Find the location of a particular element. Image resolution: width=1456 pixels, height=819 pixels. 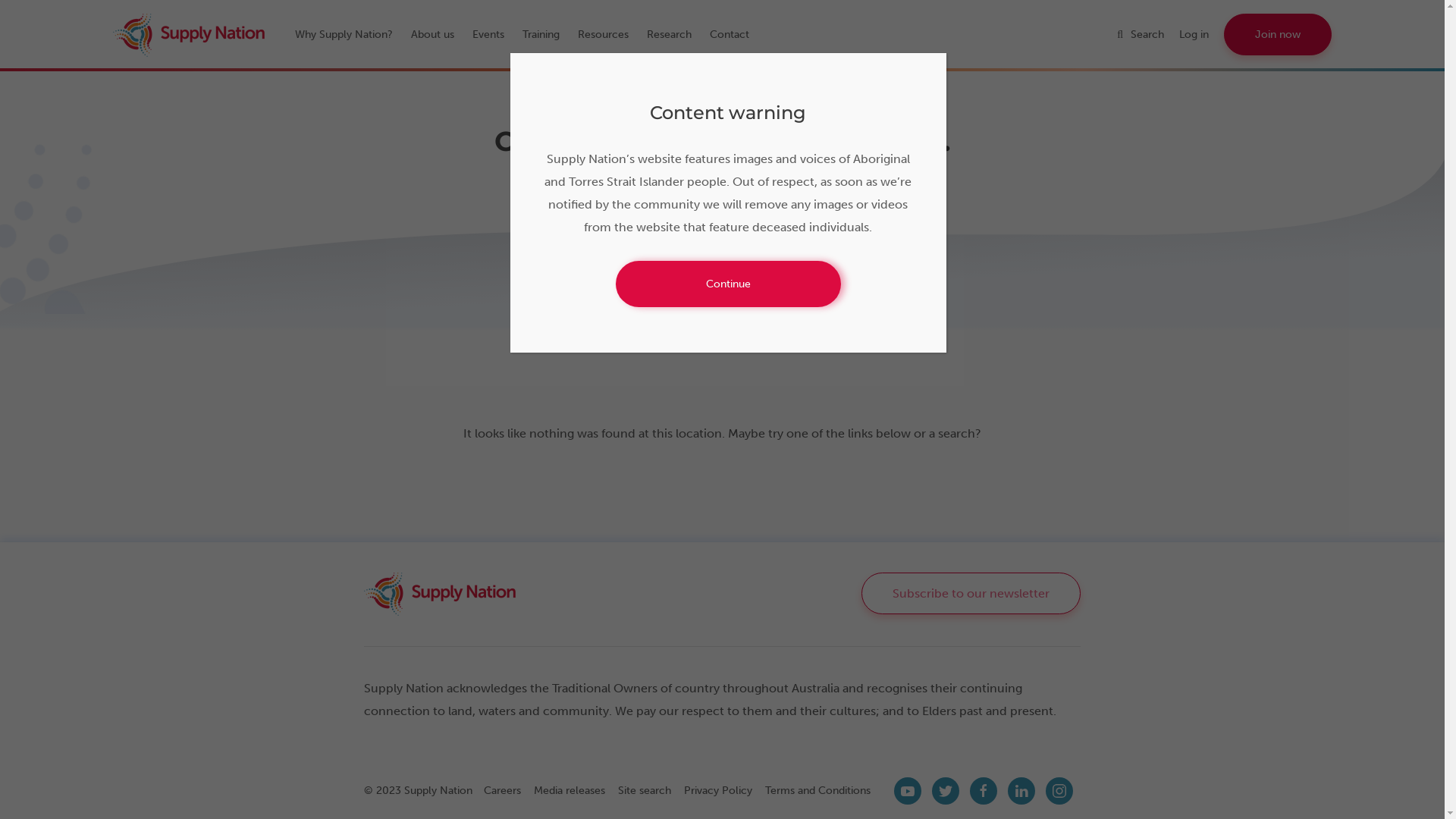

'Supply Nation on Instagram' is located at coordinates (1058, 789).